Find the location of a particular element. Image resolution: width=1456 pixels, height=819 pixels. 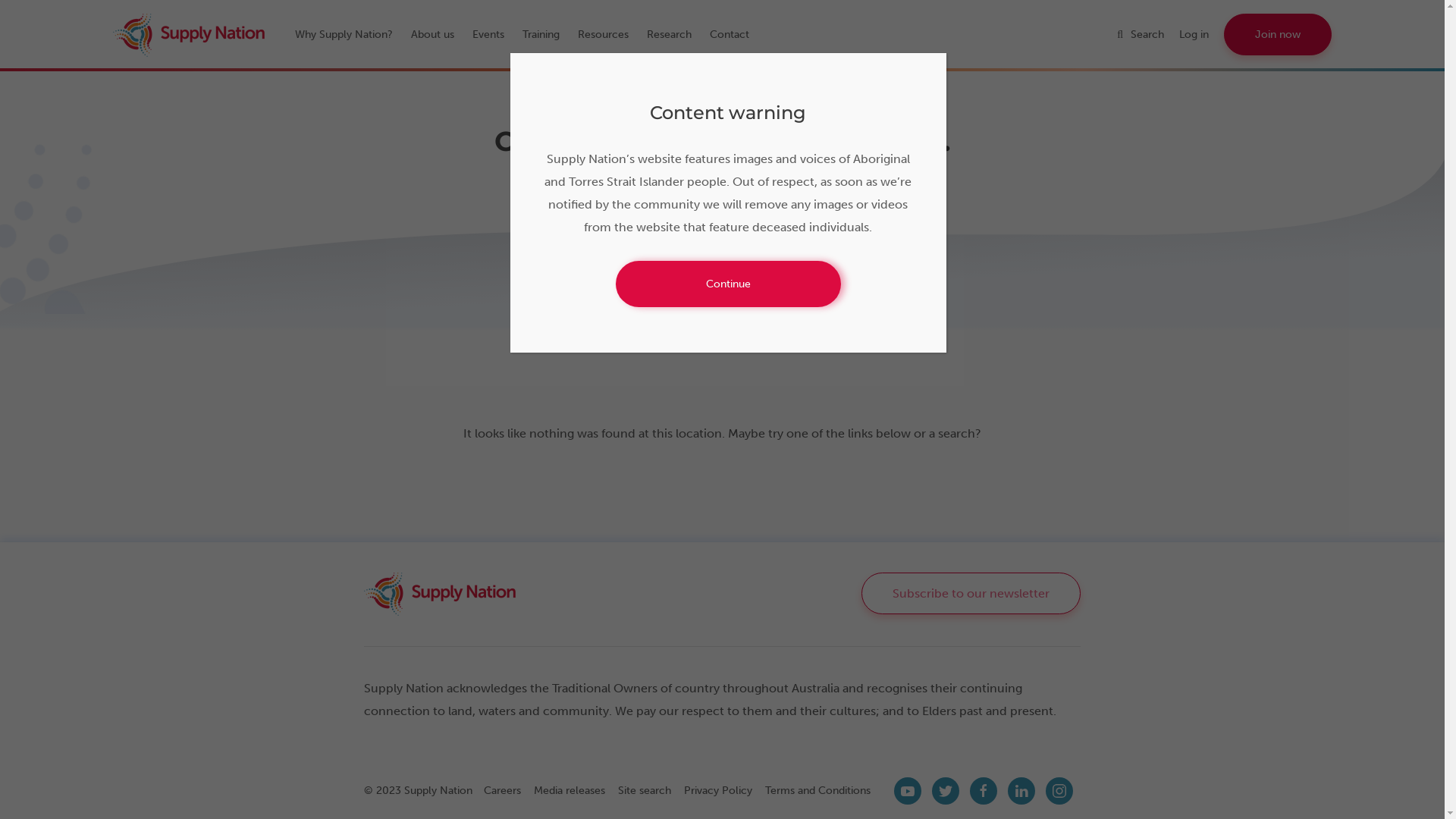

'Supply Nation on Instagram' is located at coordinates (1058, 789).